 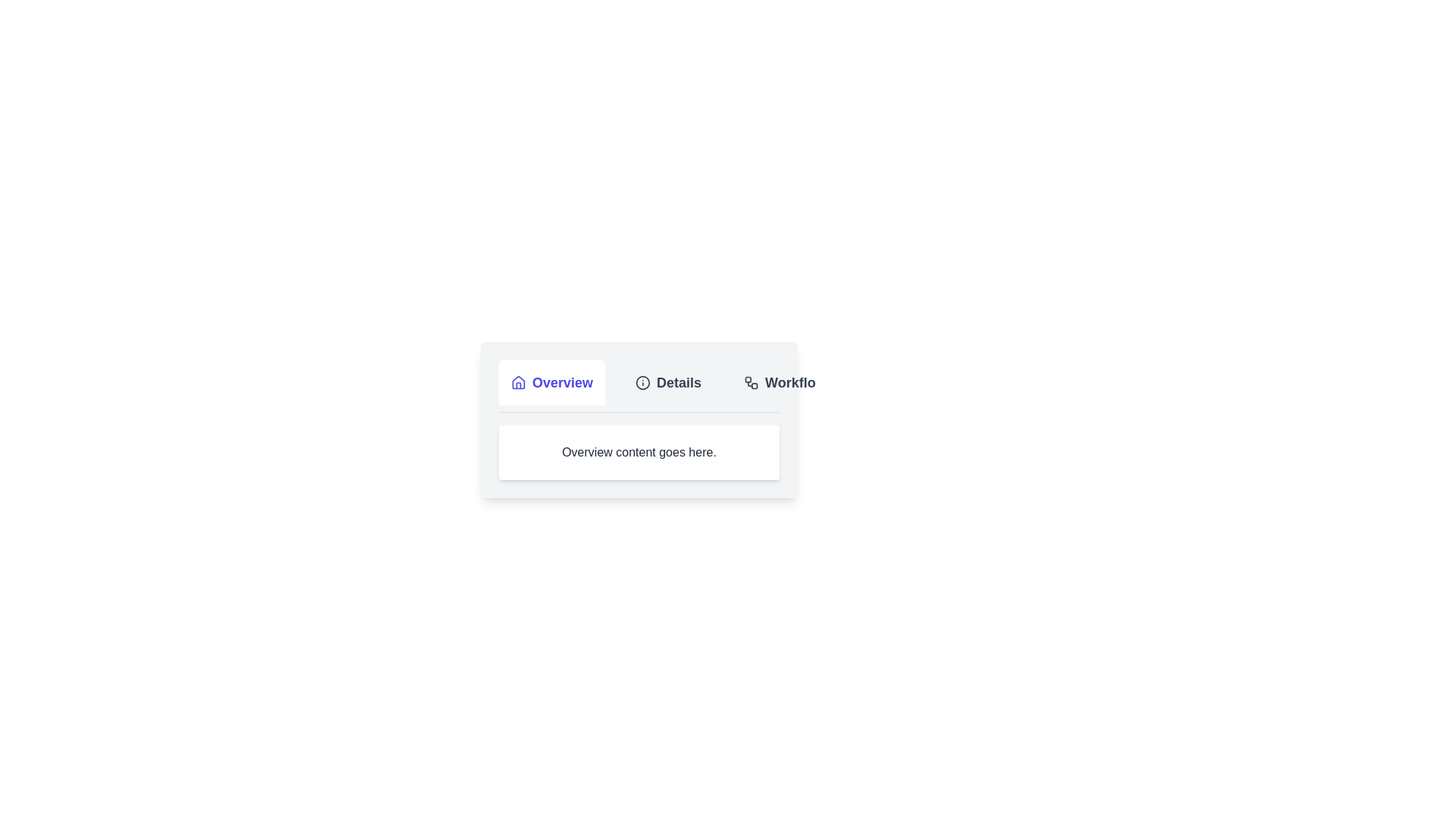 What do you see at coordinates (785, 382) in the screenshot?
I see `the 'Workflow' button, which is the third button in the navigation bar` at bounding box center [785, 382].